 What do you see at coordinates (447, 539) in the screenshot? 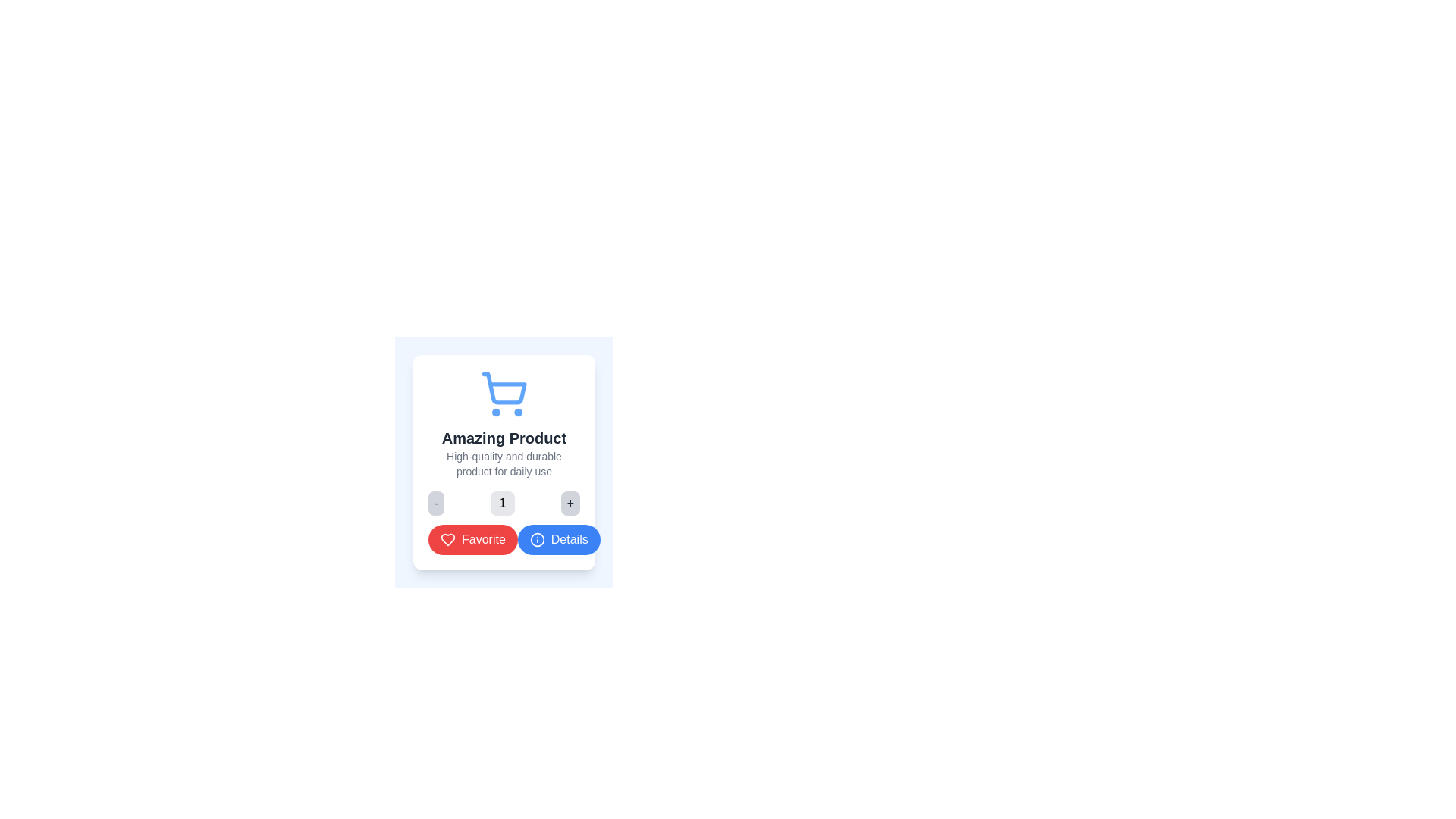
I see `the heart-shaped icon within the red circular background, which represents a 'like' or 'favorite' functionality` at bounding box center [447, 539].